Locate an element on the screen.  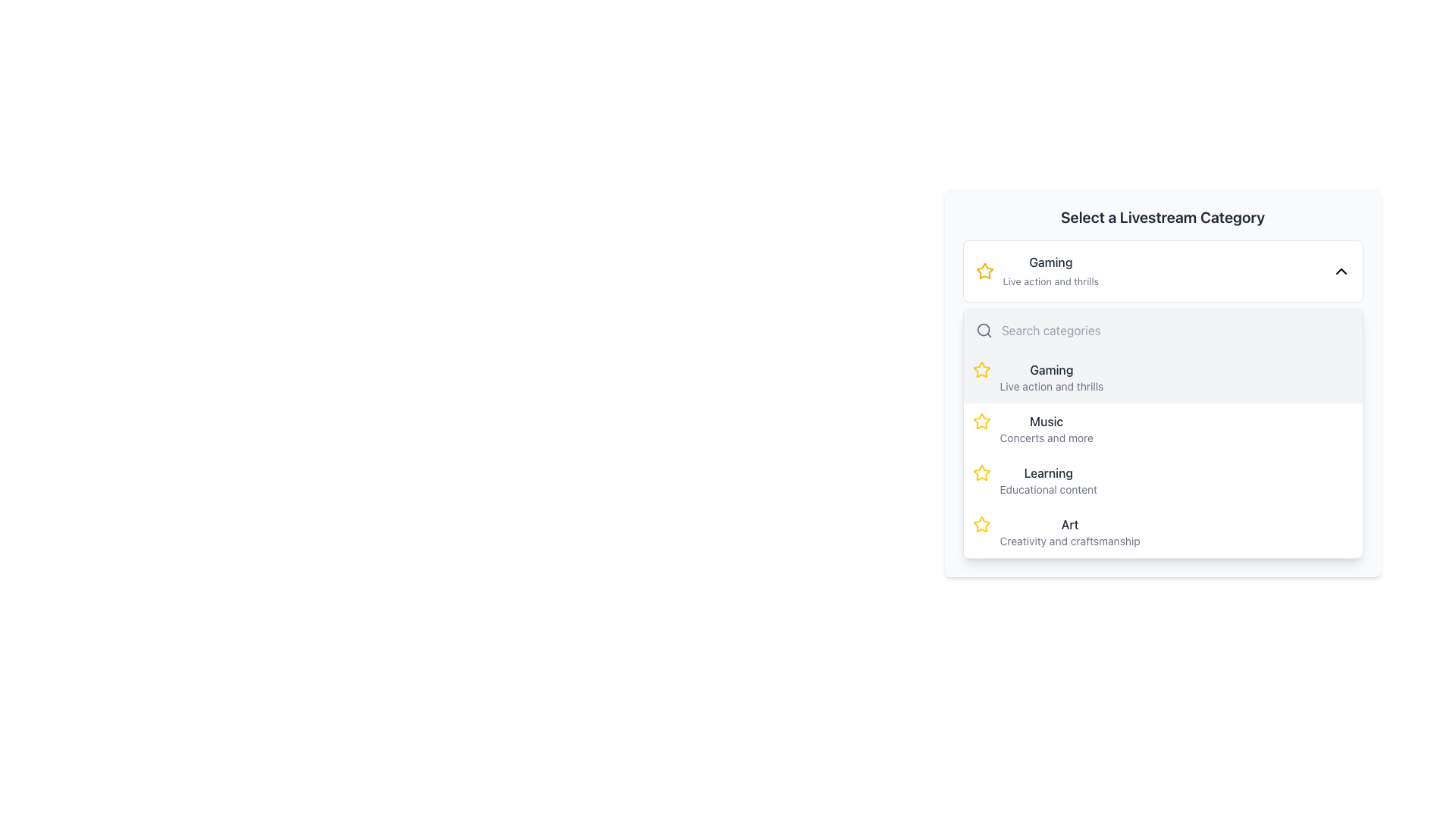
the first selectable option in the dropdown menu labeled 'Gaming' to navigate is located at coordinates (1036, 271).